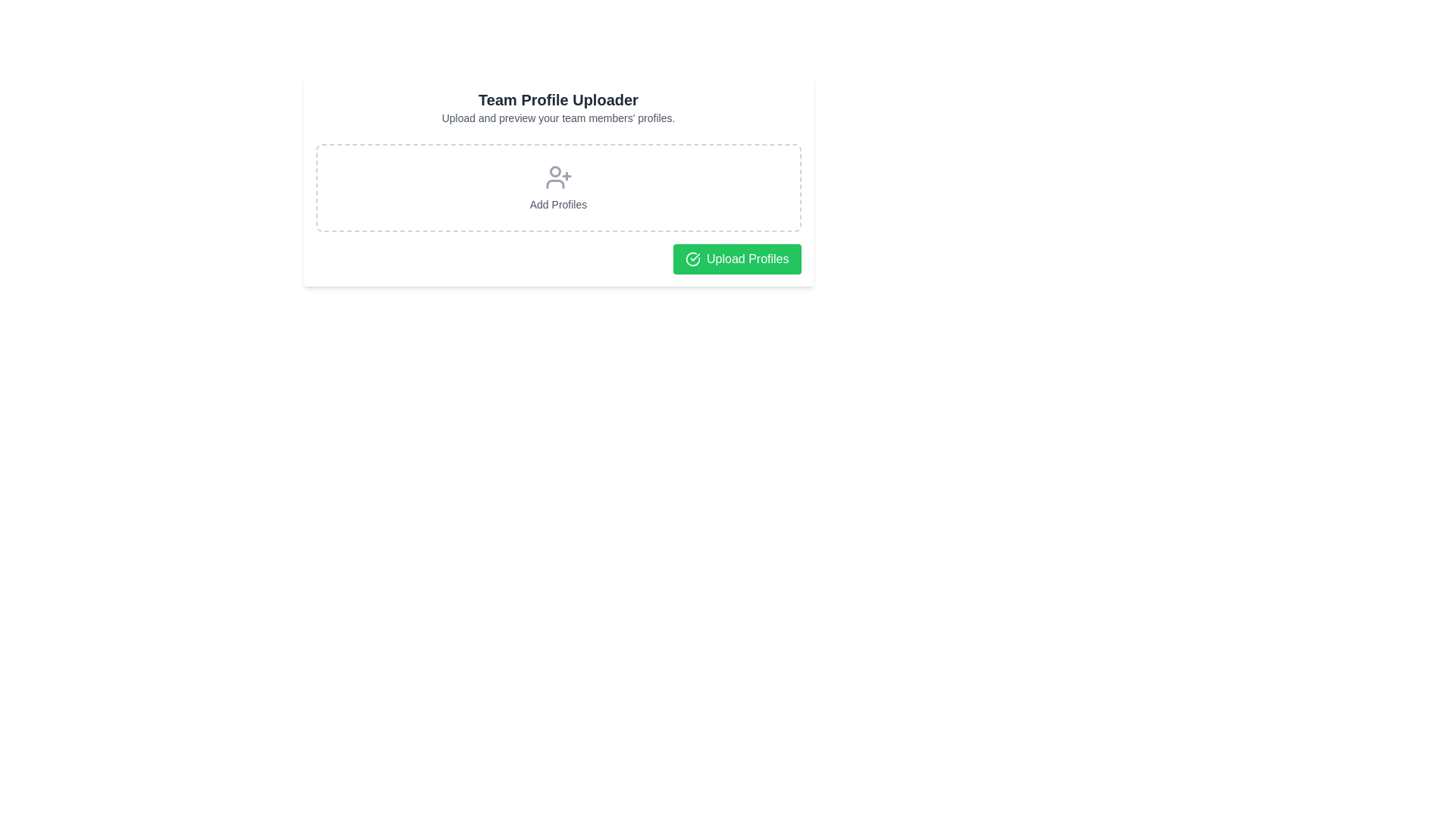 Image resolution: width=1456 pixels, height=819 pixels. Describe the element at coordinates (557, 99) in the screenshot. I see `the title text element that serves as a heading, providing a clear indication of the section's purpose, located at the top of the interface above the description text line 'Upload and preview your team members' profiles'` at that location.